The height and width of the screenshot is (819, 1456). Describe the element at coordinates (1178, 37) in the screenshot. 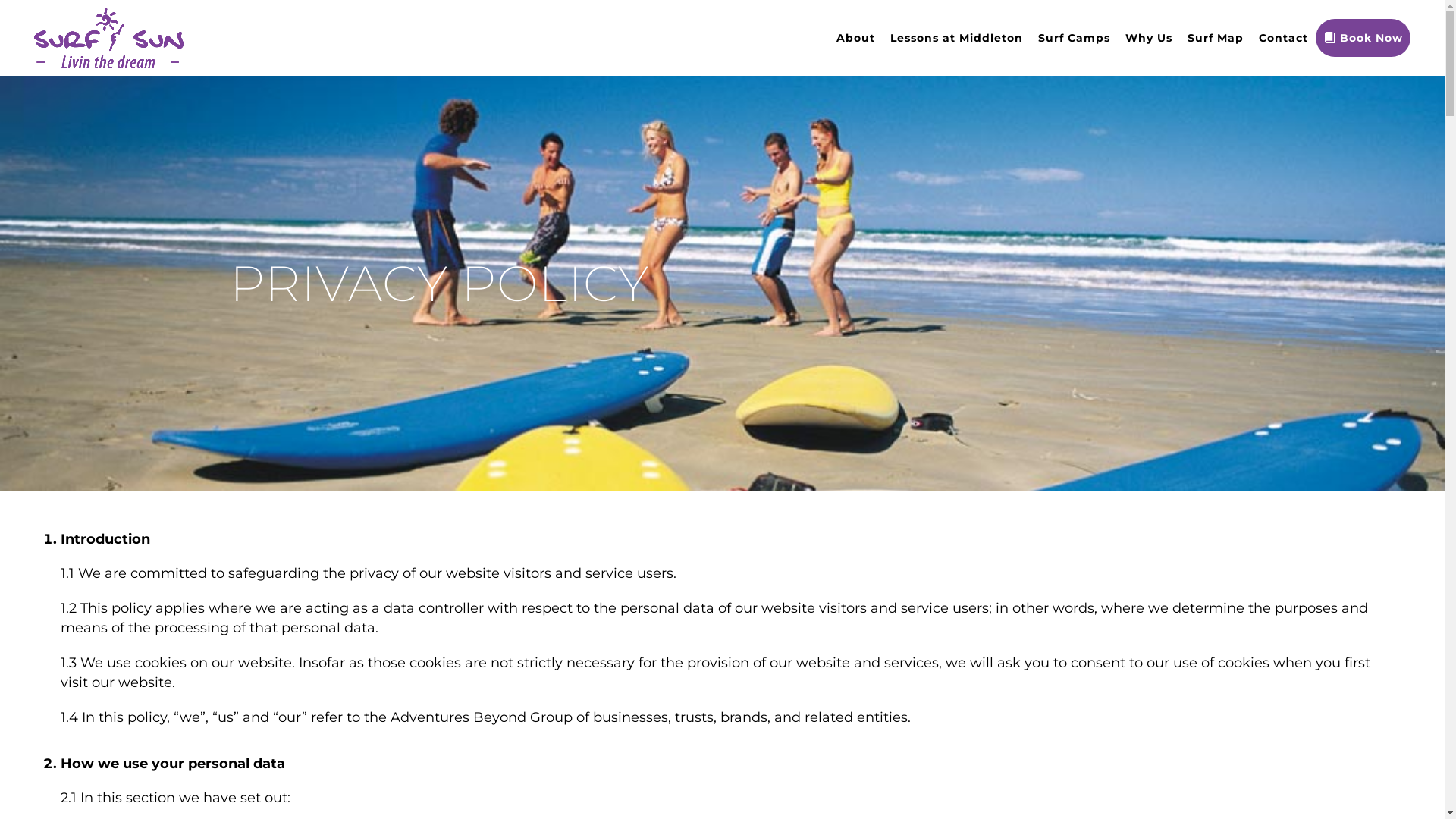

I see `'Surf Map'` at that location.